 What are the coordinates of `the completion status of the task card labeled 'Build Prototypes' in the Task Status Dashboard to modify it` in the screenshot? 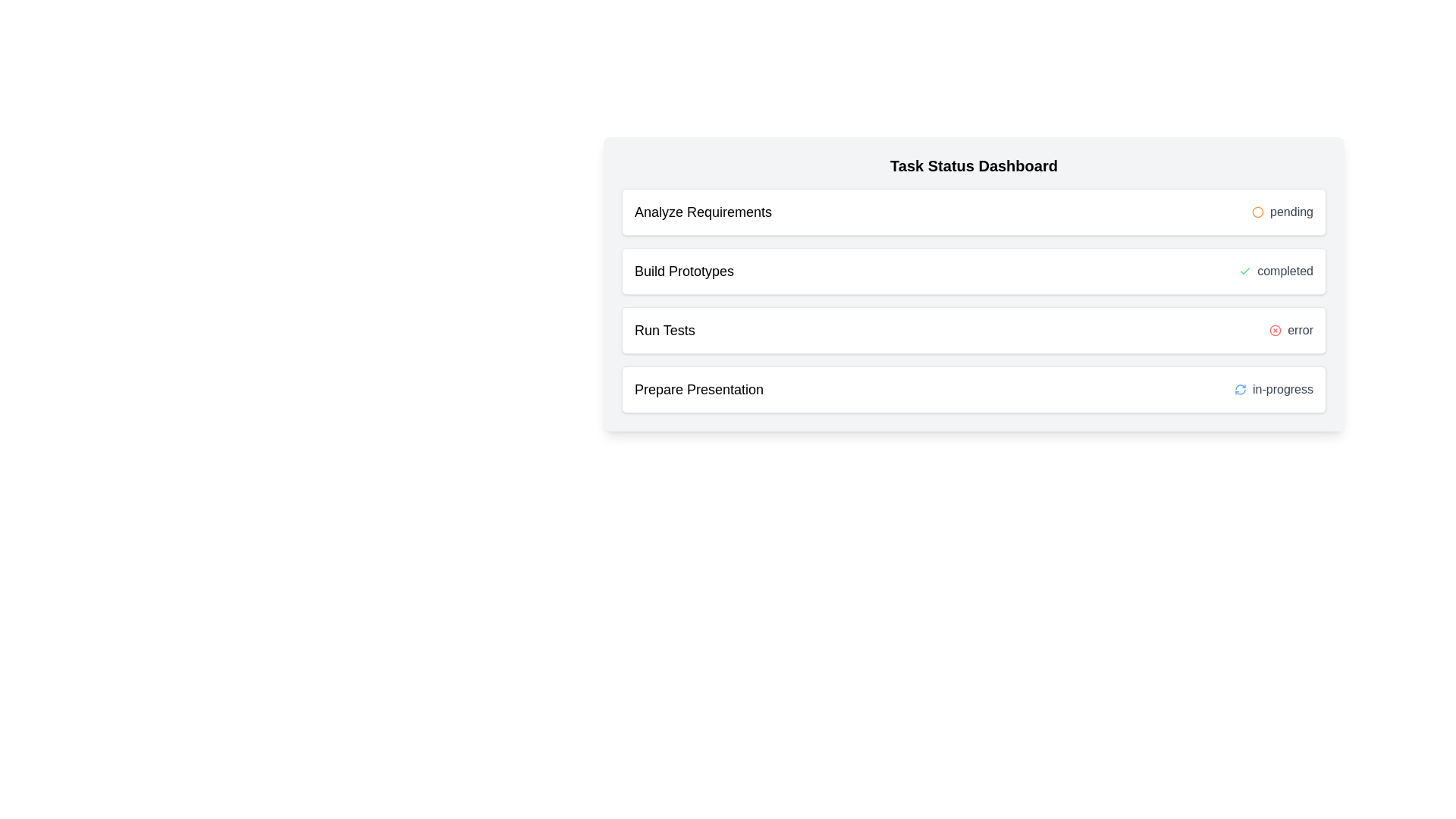 It's located at (974, 271).